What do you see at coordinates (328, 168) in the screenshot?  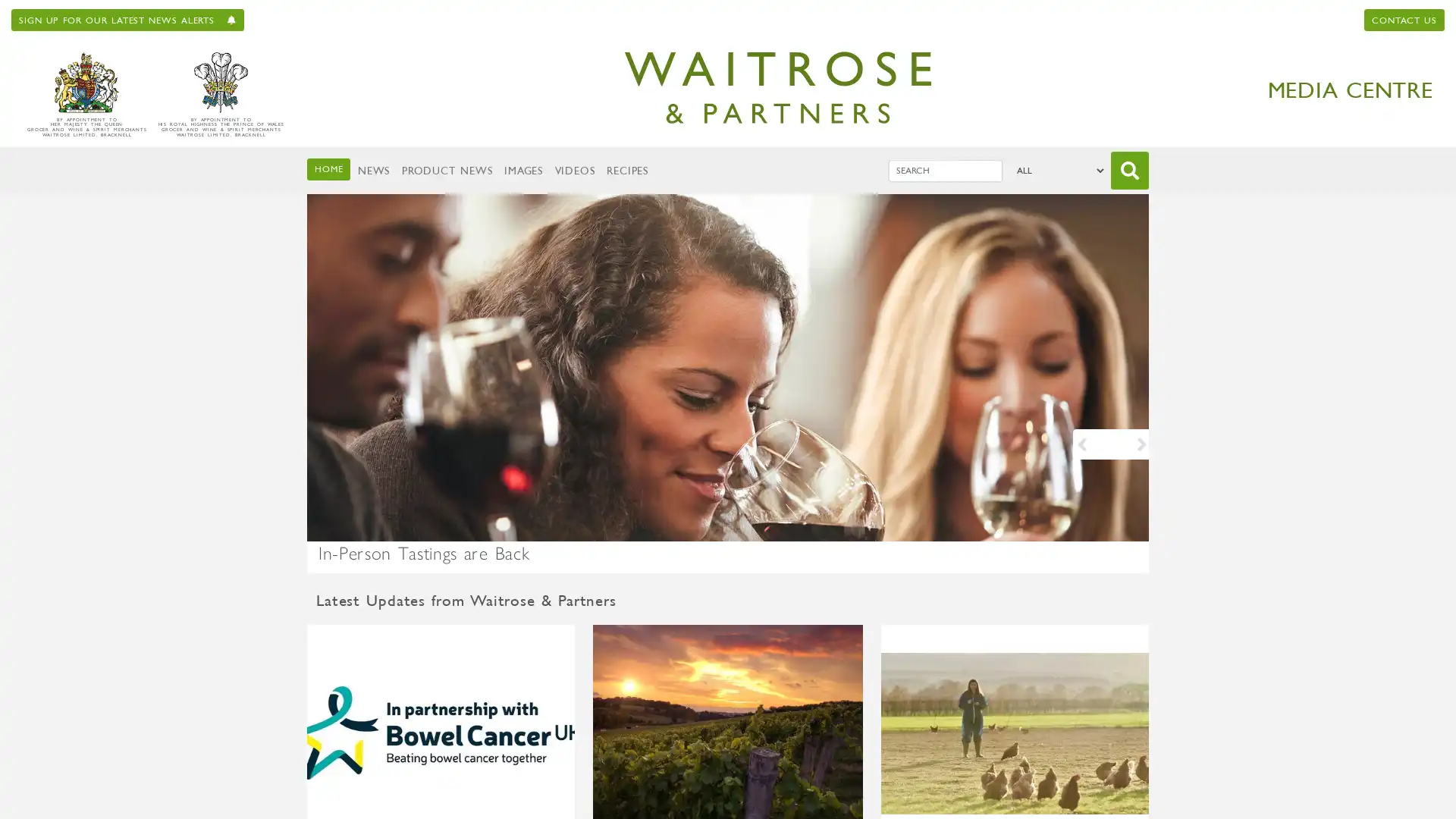 I see `HOME (CURRENT)` at bounding box center [328, 168].